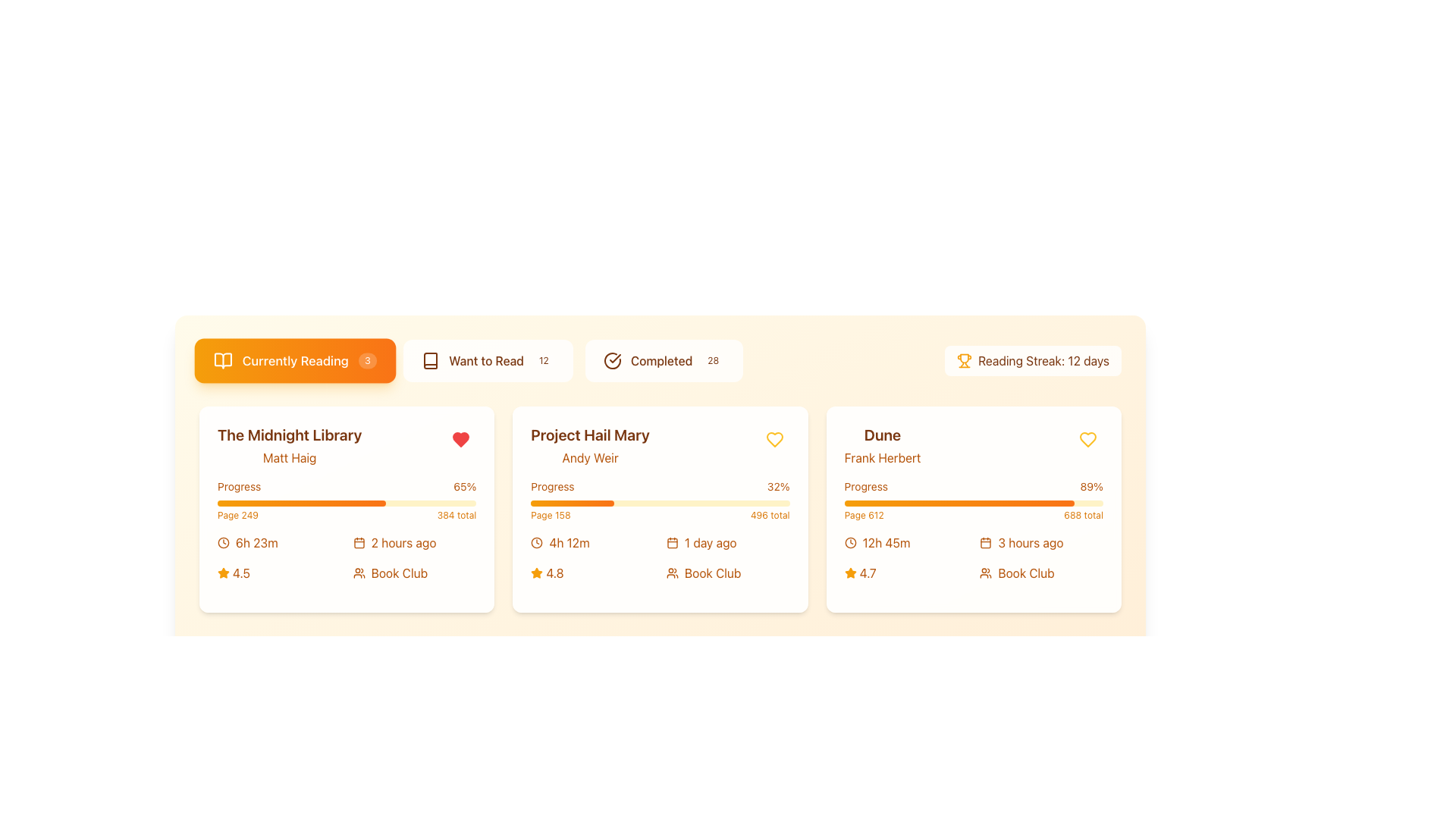 The image size is (1456, 819). What do you see at coordinates (537, 542) in the screenshot?
I see `the visual representation of the clock icon, which is a circle with a simplistic clock hand design, located to the left of the text '4h 12m' in the second card of the 'Currently Reading' section for the book 'Project Hail Mary'` at bounding box center [537, 542].